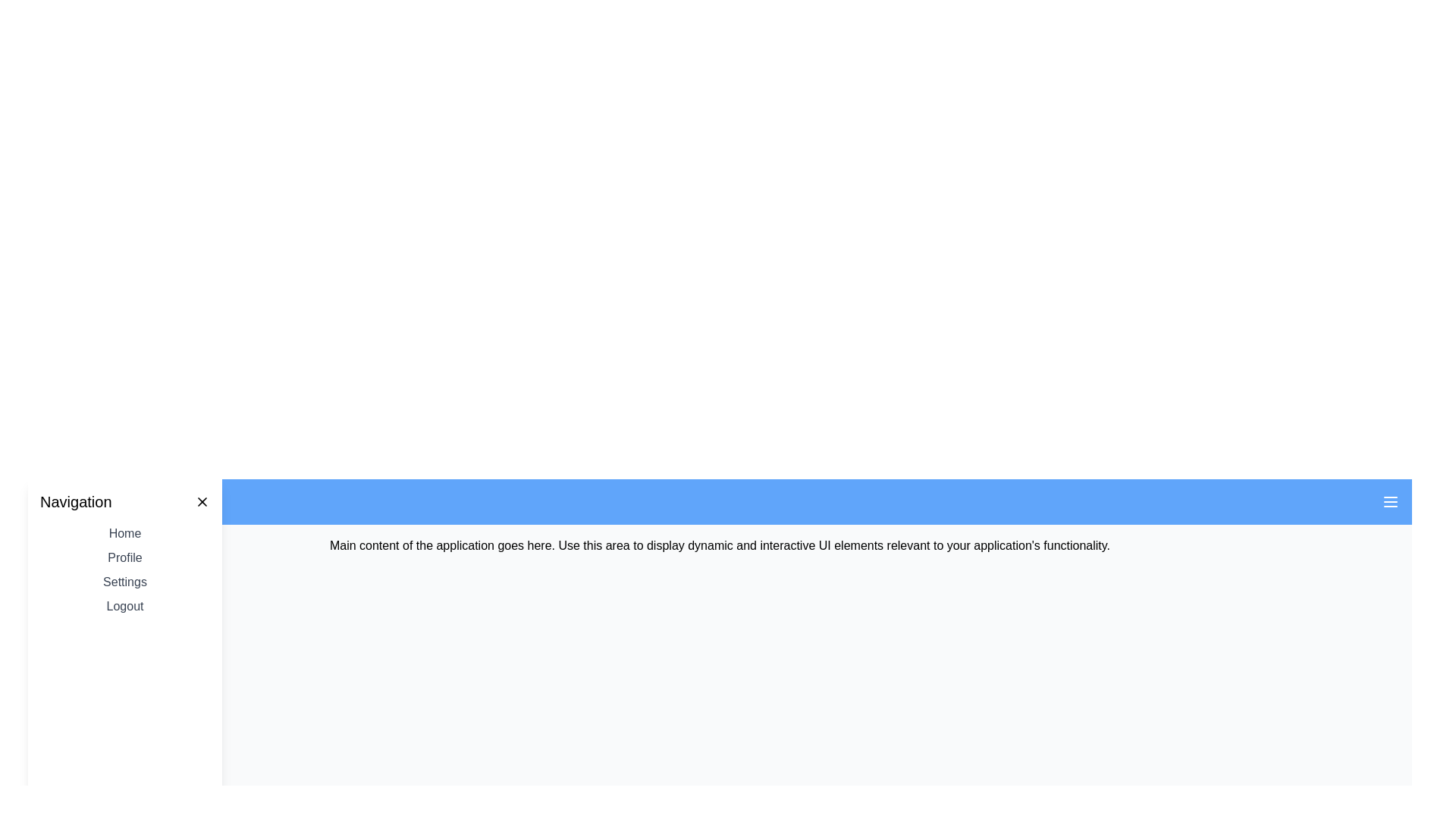 The height and width of the screenshot is (819, 1456). I want to click on the 'Profile' button located in the navigation sidebar, which is the second option in the vertical list of navigation items, so click(124, 558).